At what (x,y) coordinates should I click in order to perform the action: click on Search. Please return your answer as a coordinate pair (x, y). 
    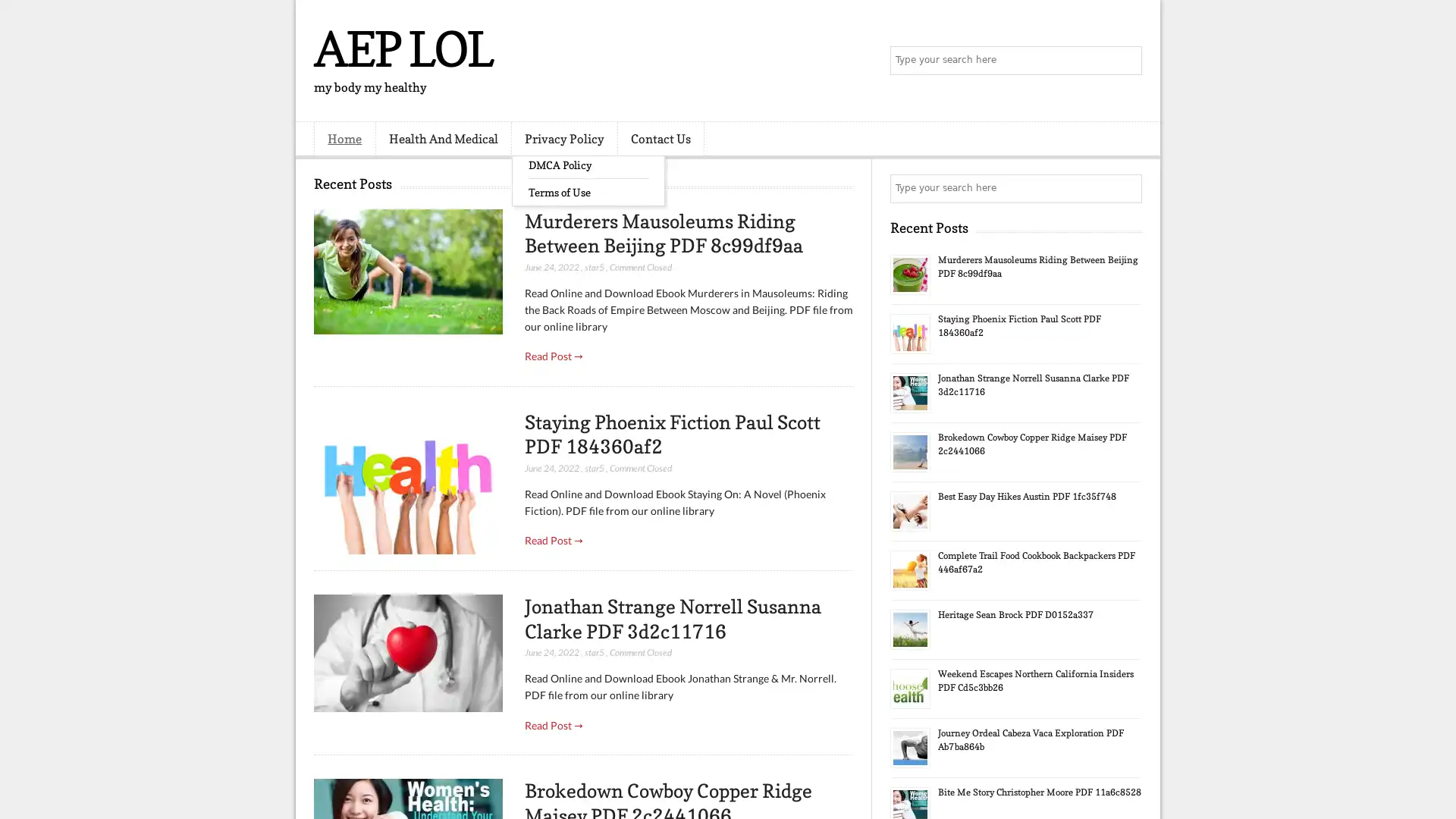
    Looking at the image, I should click on (1126, 188).